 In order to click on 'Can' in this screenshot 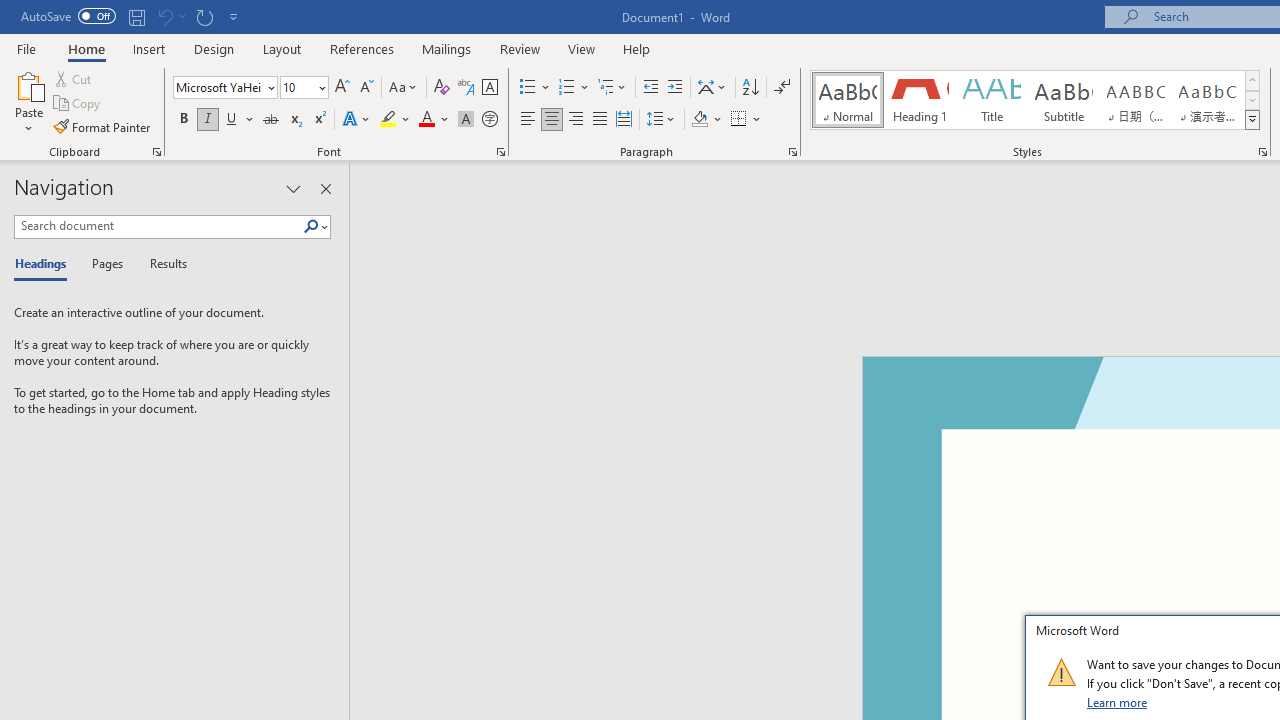, I will do `click(170, 16)`.